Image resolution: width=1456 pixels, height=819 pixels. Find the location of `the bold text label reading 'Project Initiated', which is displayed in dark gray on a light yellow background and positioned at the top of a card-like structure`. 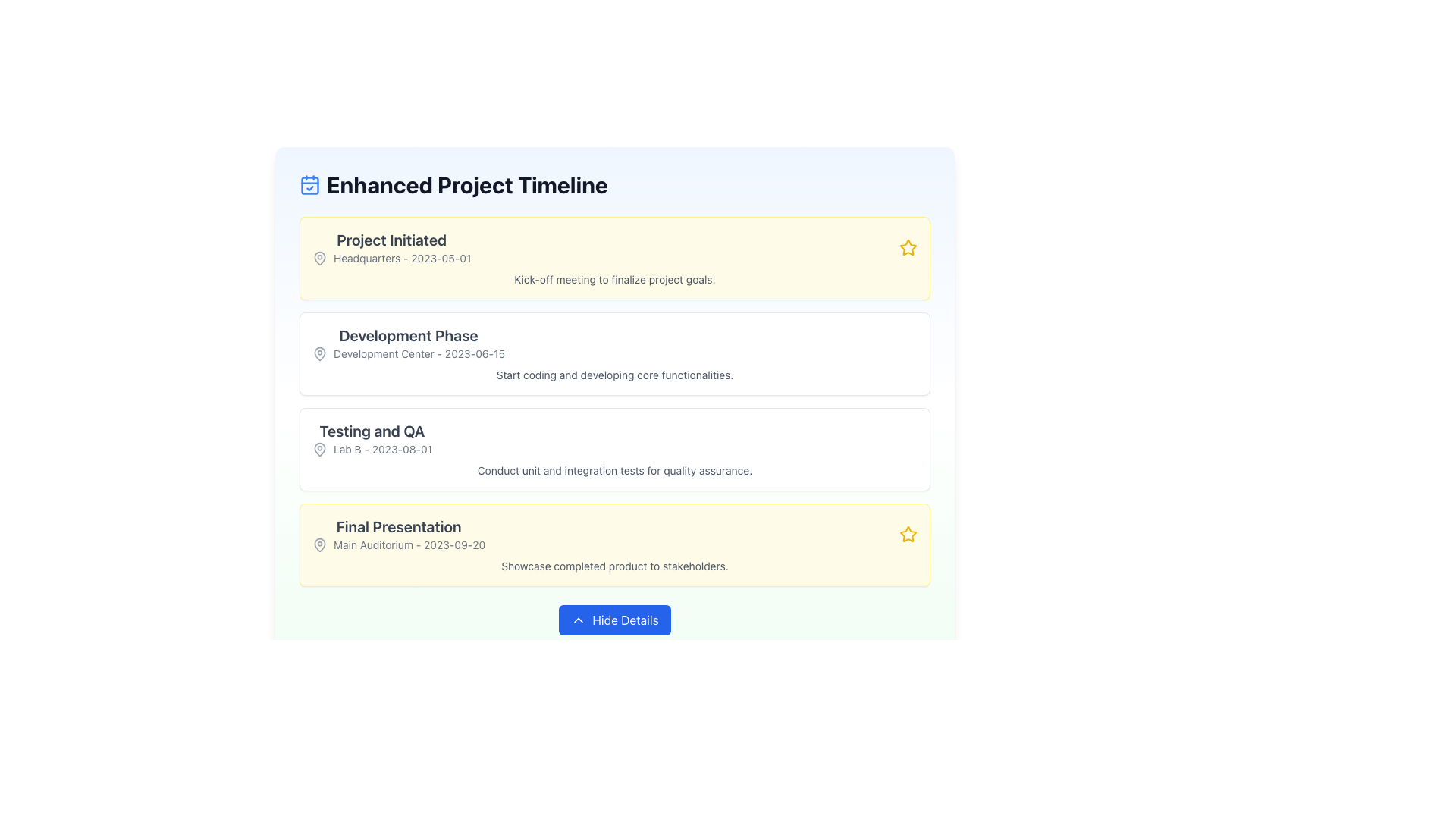

the bold text label reading 'Project Initiated', which is displayed in dark gray on a light yellow background and positioned at the top of a card-like structure is located at coordinates (391, 239).